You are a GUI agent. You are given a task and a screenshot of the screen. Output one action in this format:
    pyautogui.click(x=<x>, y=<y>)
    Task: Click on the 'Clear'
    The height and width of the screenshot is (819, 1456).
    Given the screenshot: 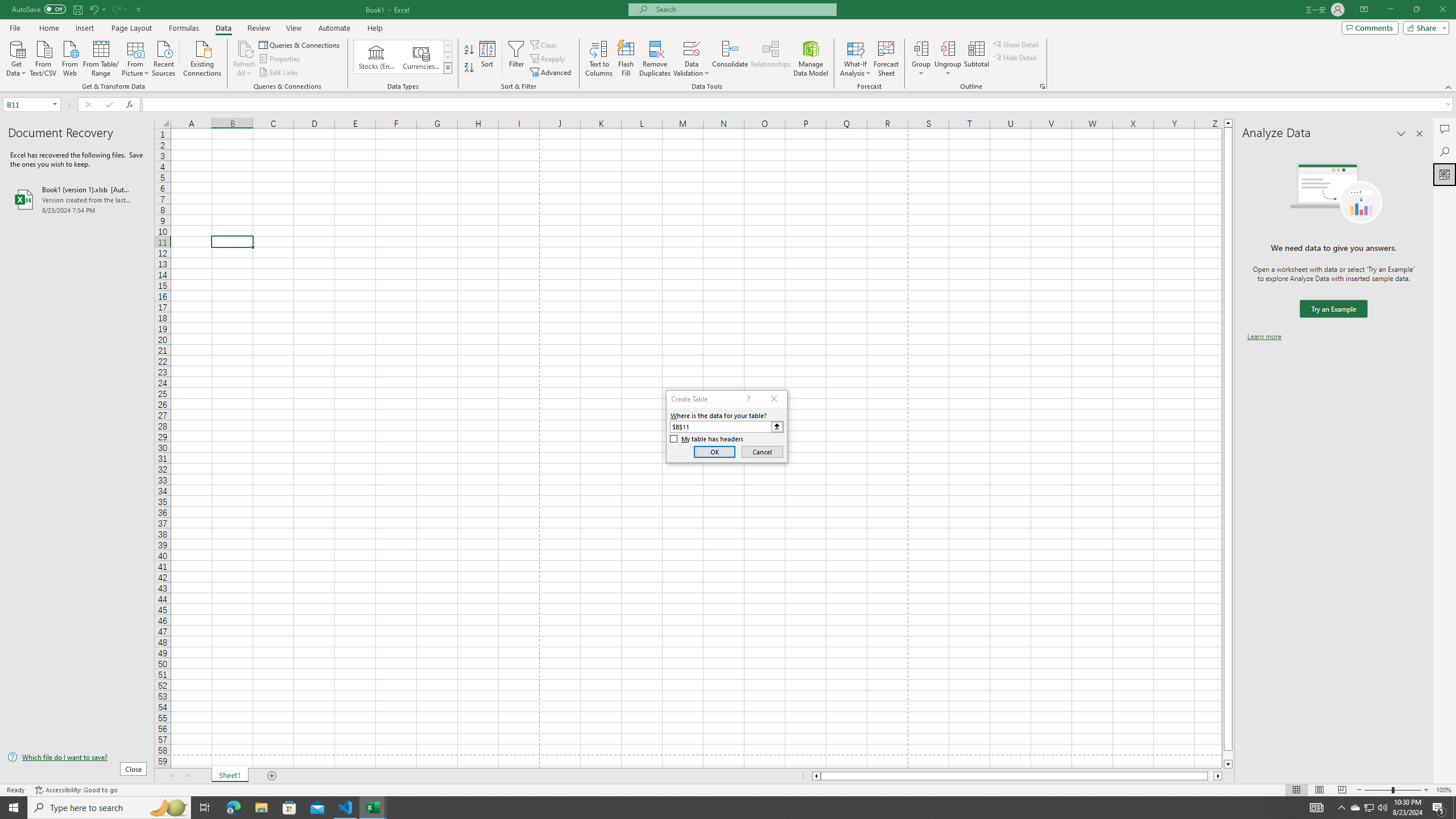 What is the action you would take?
    pyautogui.click(x=544, y=44)
    